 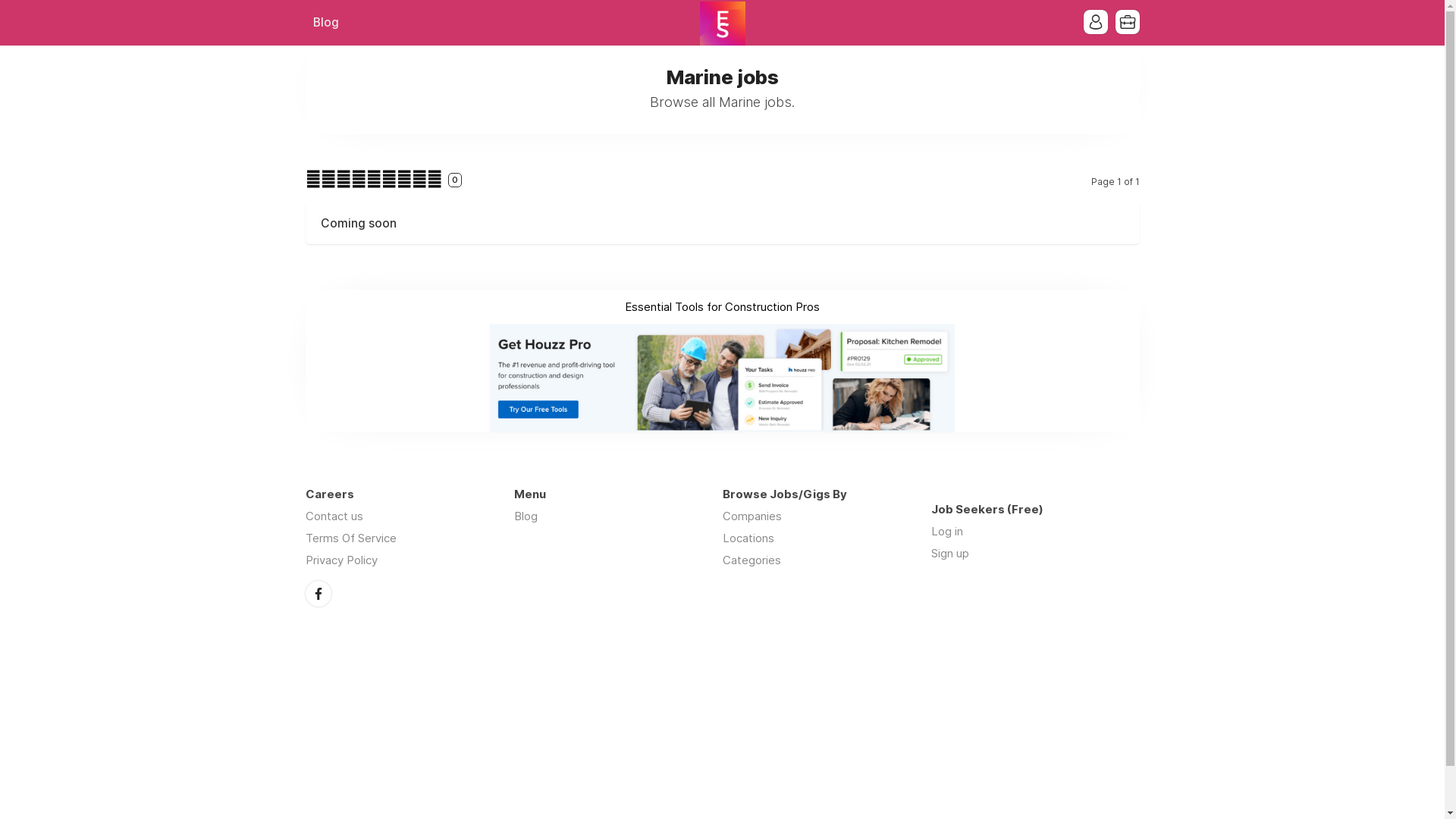 I want to click on 'Log in', so click(x=946, y=530).